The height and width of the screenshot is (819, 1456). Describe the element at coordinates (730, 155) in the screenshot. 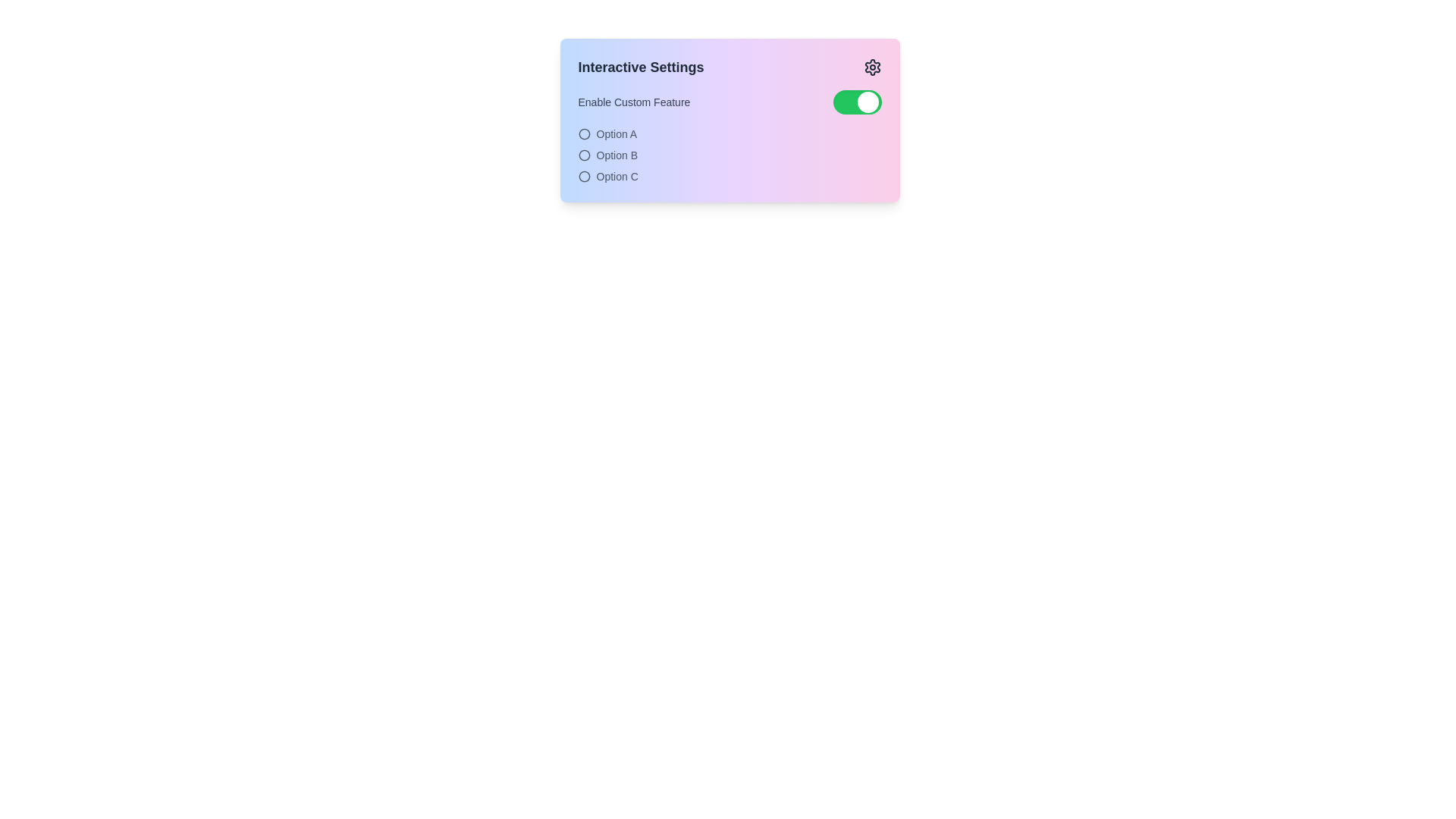

I see `the second radio button option in a vertical list of three options, which is located in the settings panel` at that location.